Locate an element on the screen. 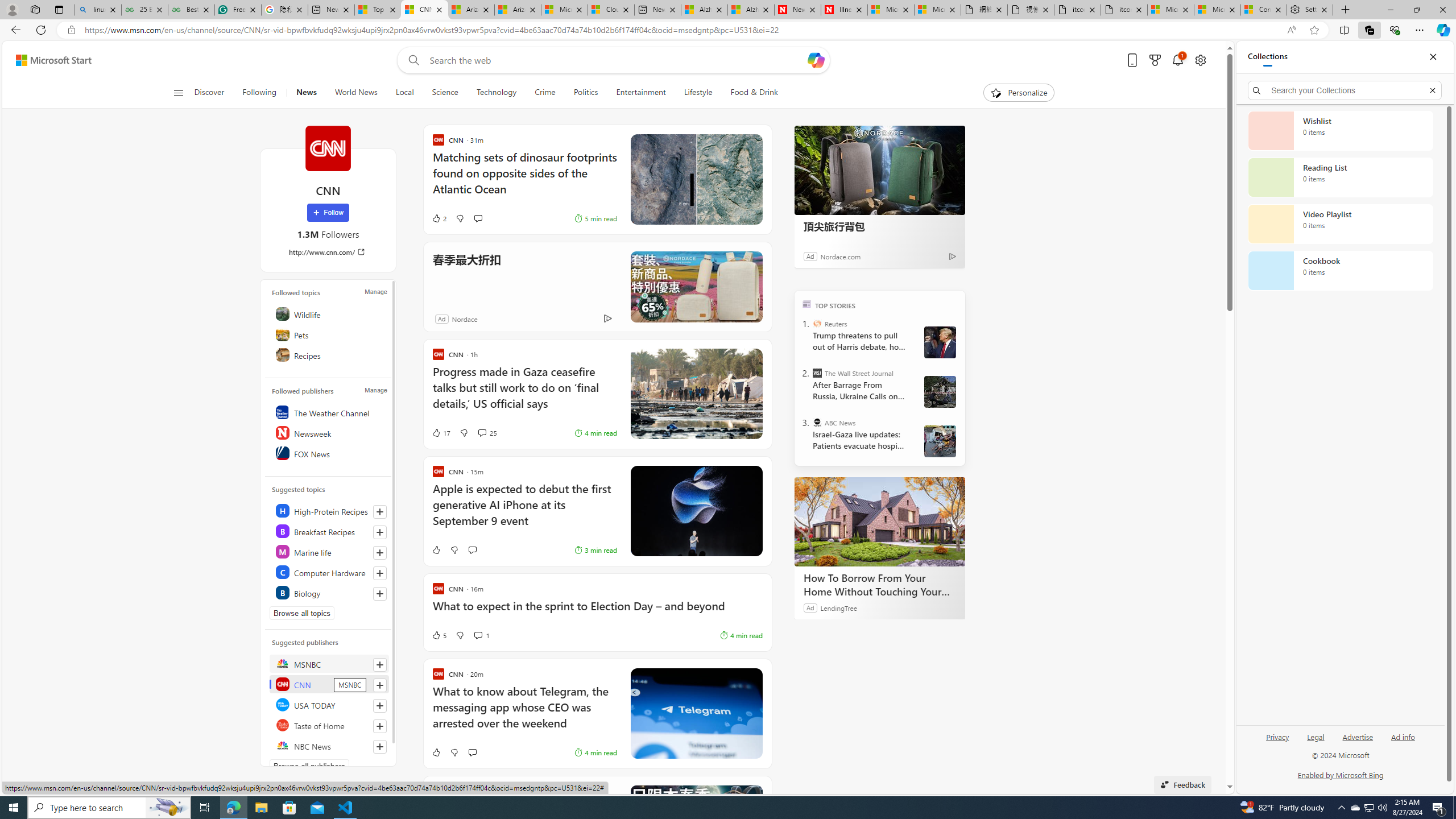 This screenshot has width=1456, height=819. 'Wishlist collection, 0 items' is located at coordinates (1340, 130).